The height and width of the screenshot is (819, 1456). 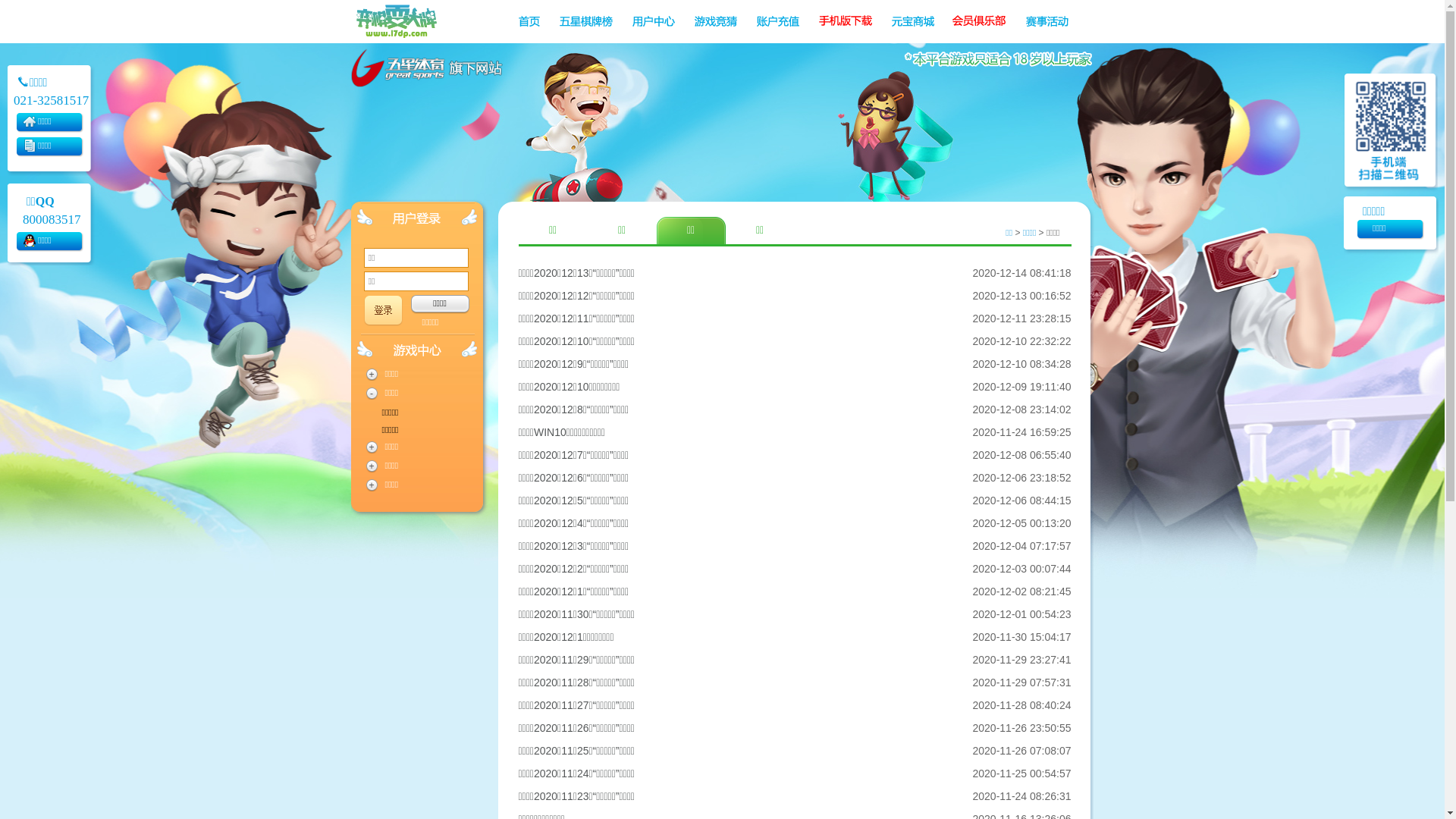 I want to click on '-', so click(x=371, y=393).